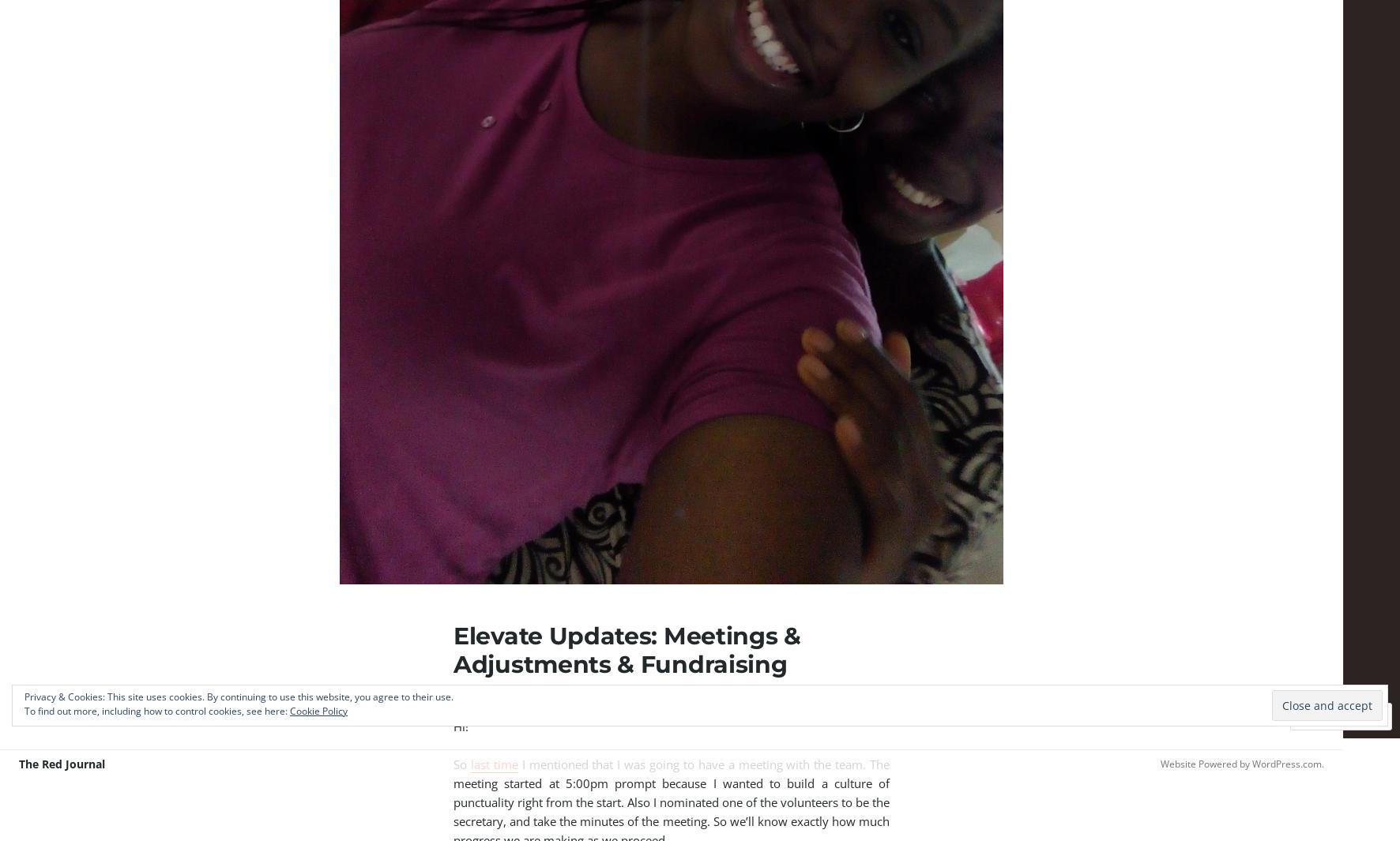  I want to click on 'Elevate Updates: Meetings & Adjustments & Fundraising', so click(627, 650).